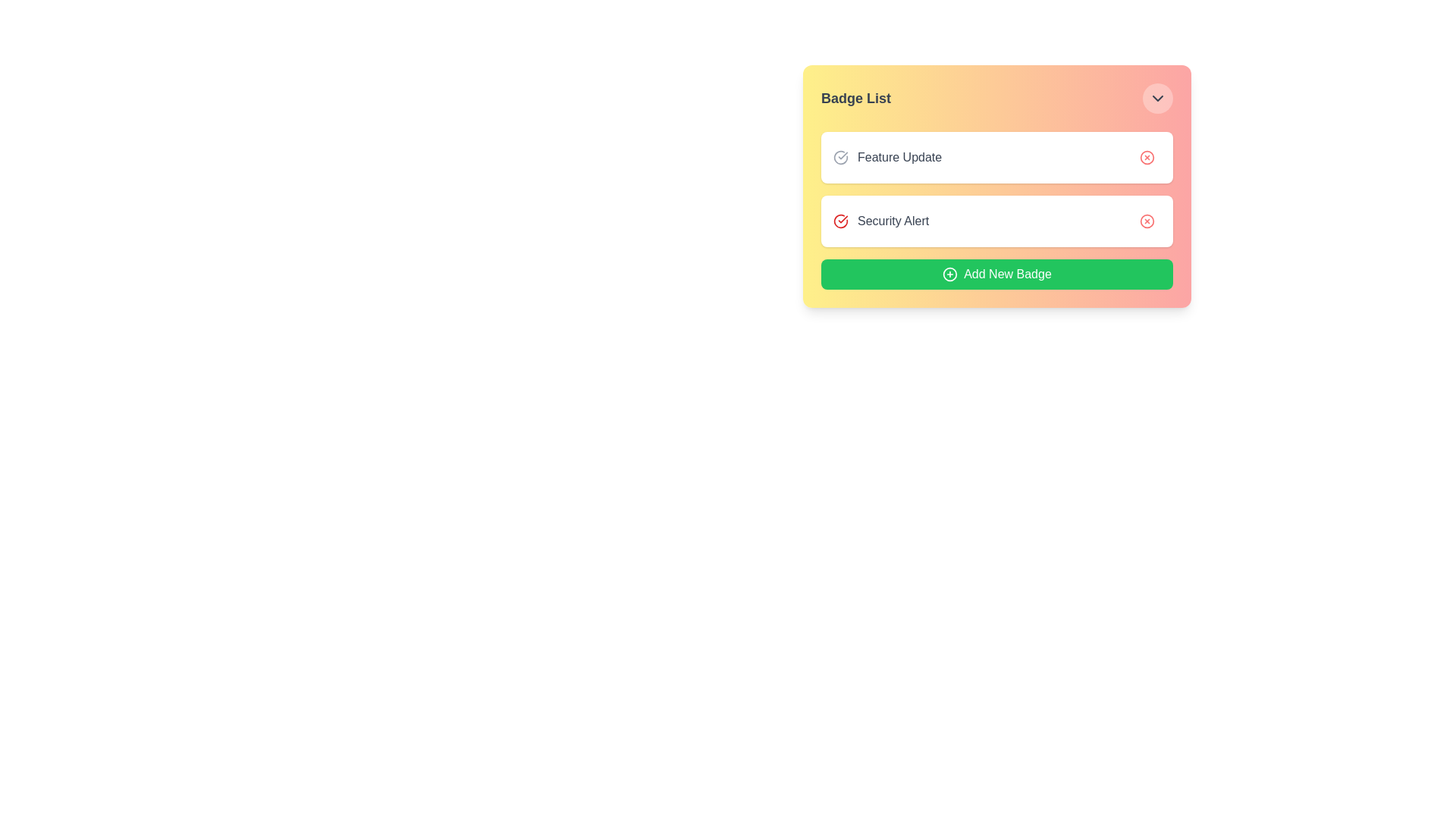 The width and height of the screenshot is (1456, 819). I want to click on the 'Security Alert' text with a red checkmark icon, which is the second item, so click(881, 221).